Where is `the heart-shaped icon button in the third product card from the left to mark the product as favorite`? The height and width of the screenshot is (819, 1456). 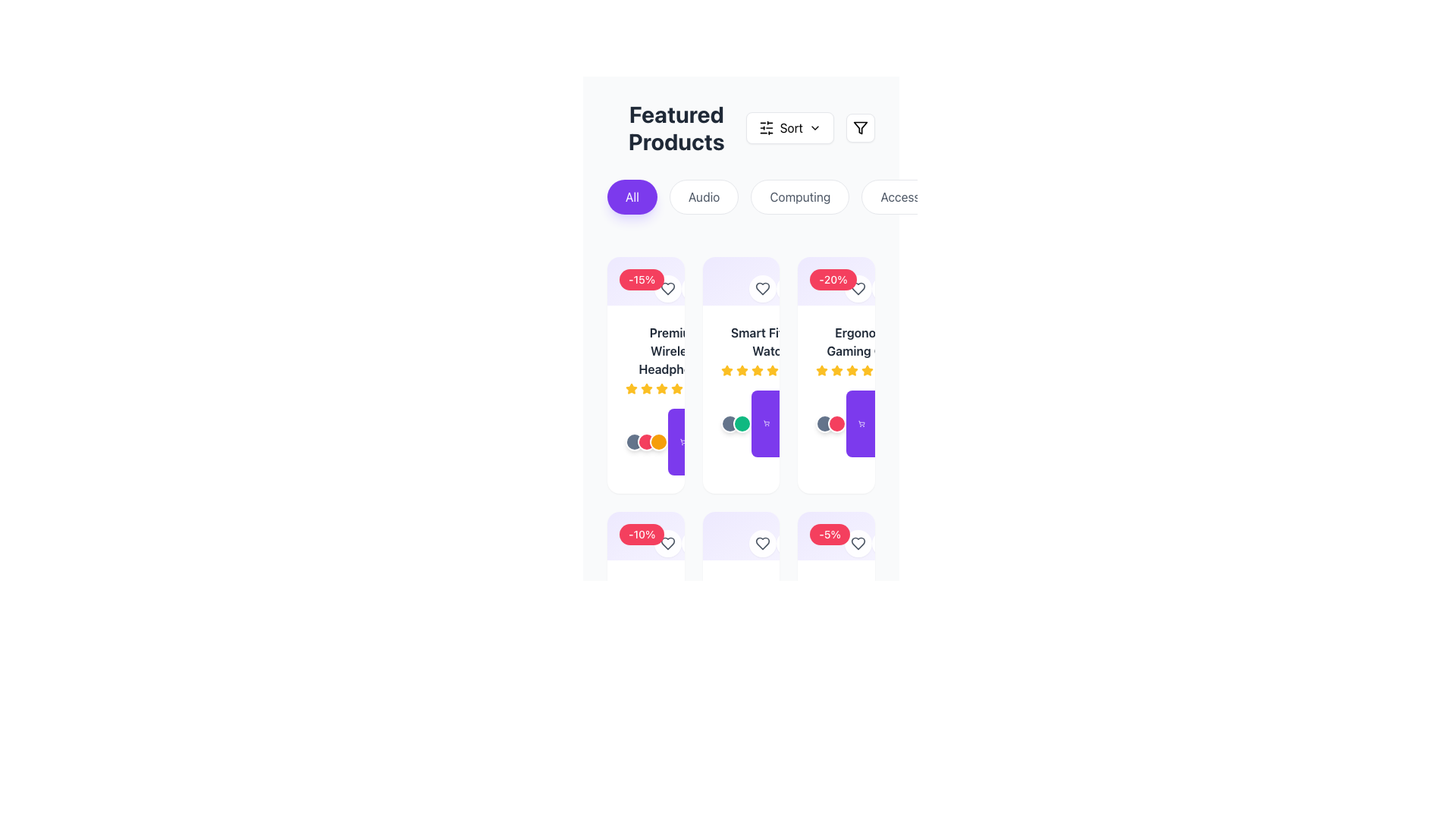
the heart-shaped icon button in the third product card from the left to mark the product as favorite is located at coordinates (858, 543).